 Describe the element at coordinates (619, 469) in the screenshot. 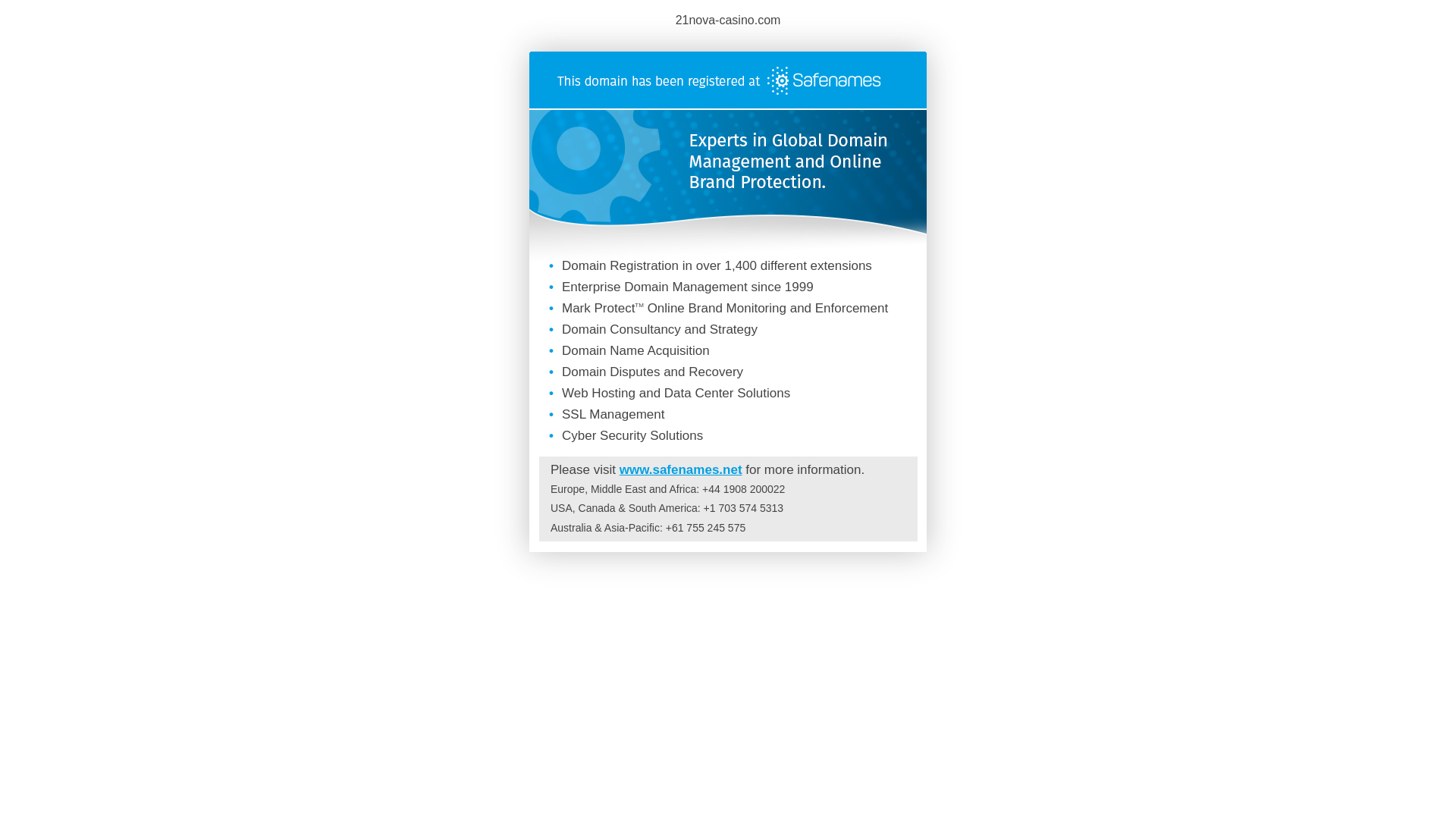

I see `'www.safenames.net'` at that location.